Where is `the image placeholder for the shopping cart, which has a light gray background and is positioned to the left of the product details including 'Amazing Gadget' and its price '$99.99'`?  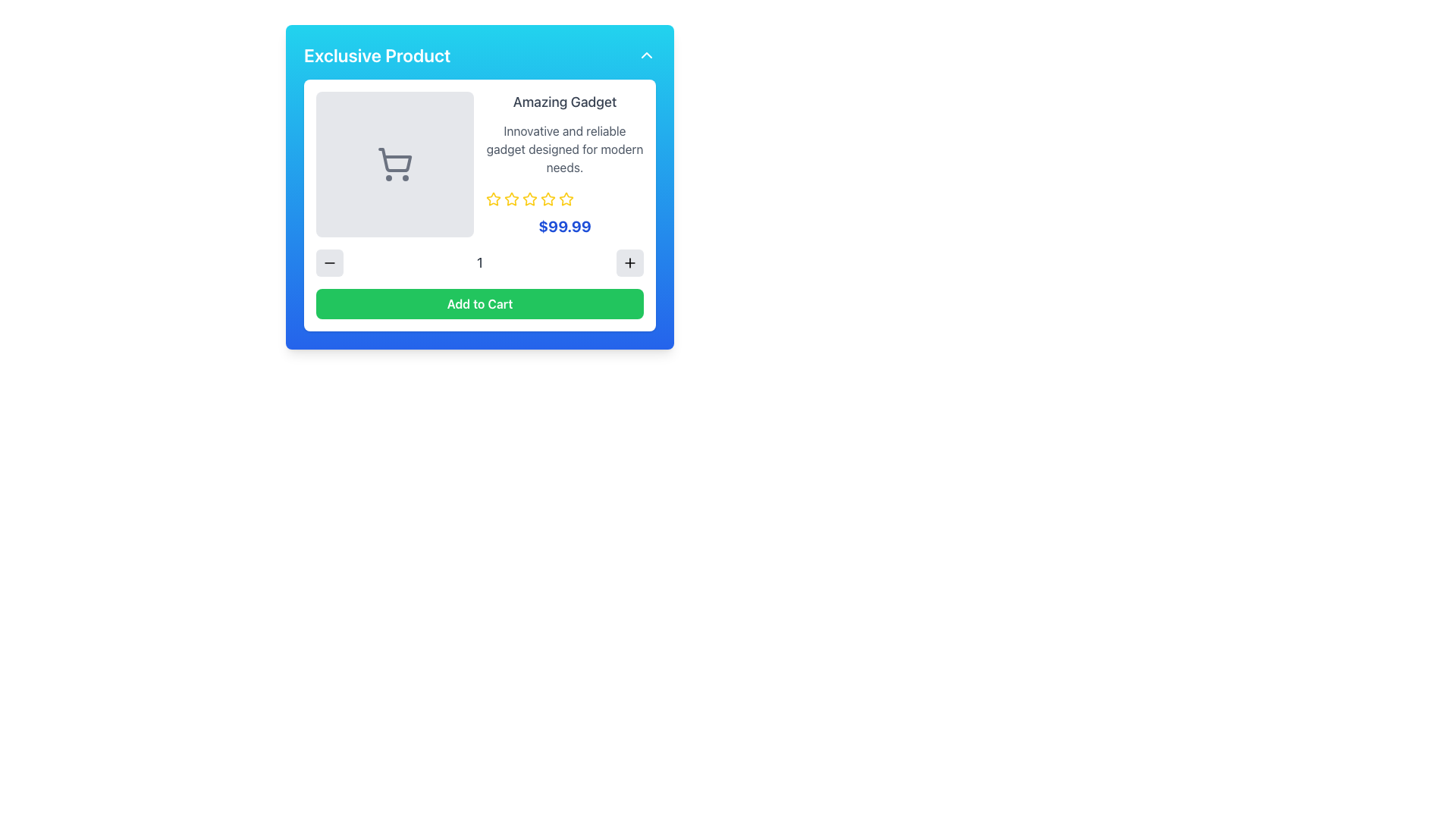 the image placeholder for the shopping cart, which has a light gray background and is positioned to the left of the product details including 'Amazing Gadget' and its price '$99.99' is located at coordinates (395, 164).